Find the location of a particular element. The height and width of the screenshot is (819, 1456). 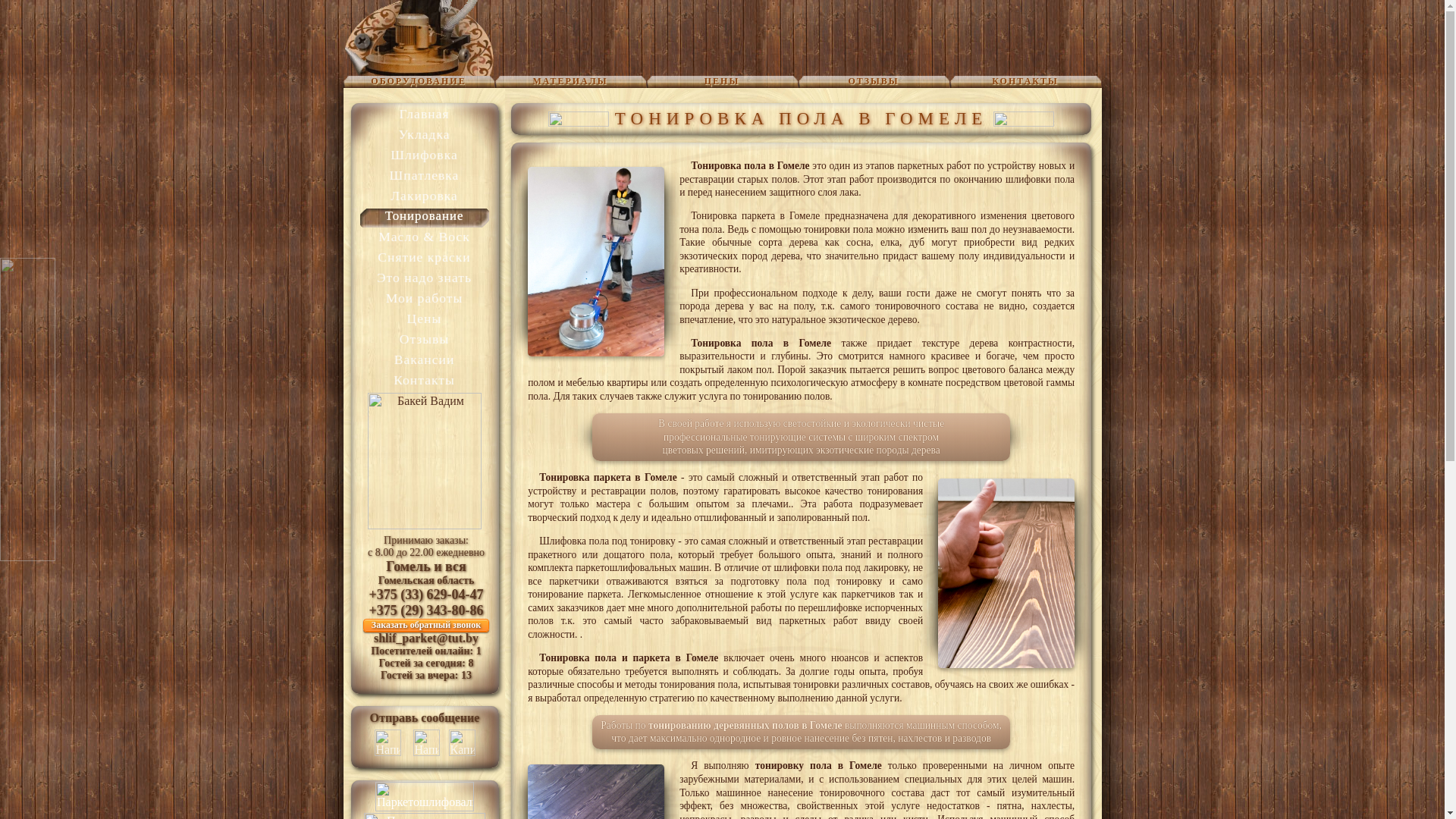

'+375 (33) 629-04-47' is located at coordinates (425, 593).